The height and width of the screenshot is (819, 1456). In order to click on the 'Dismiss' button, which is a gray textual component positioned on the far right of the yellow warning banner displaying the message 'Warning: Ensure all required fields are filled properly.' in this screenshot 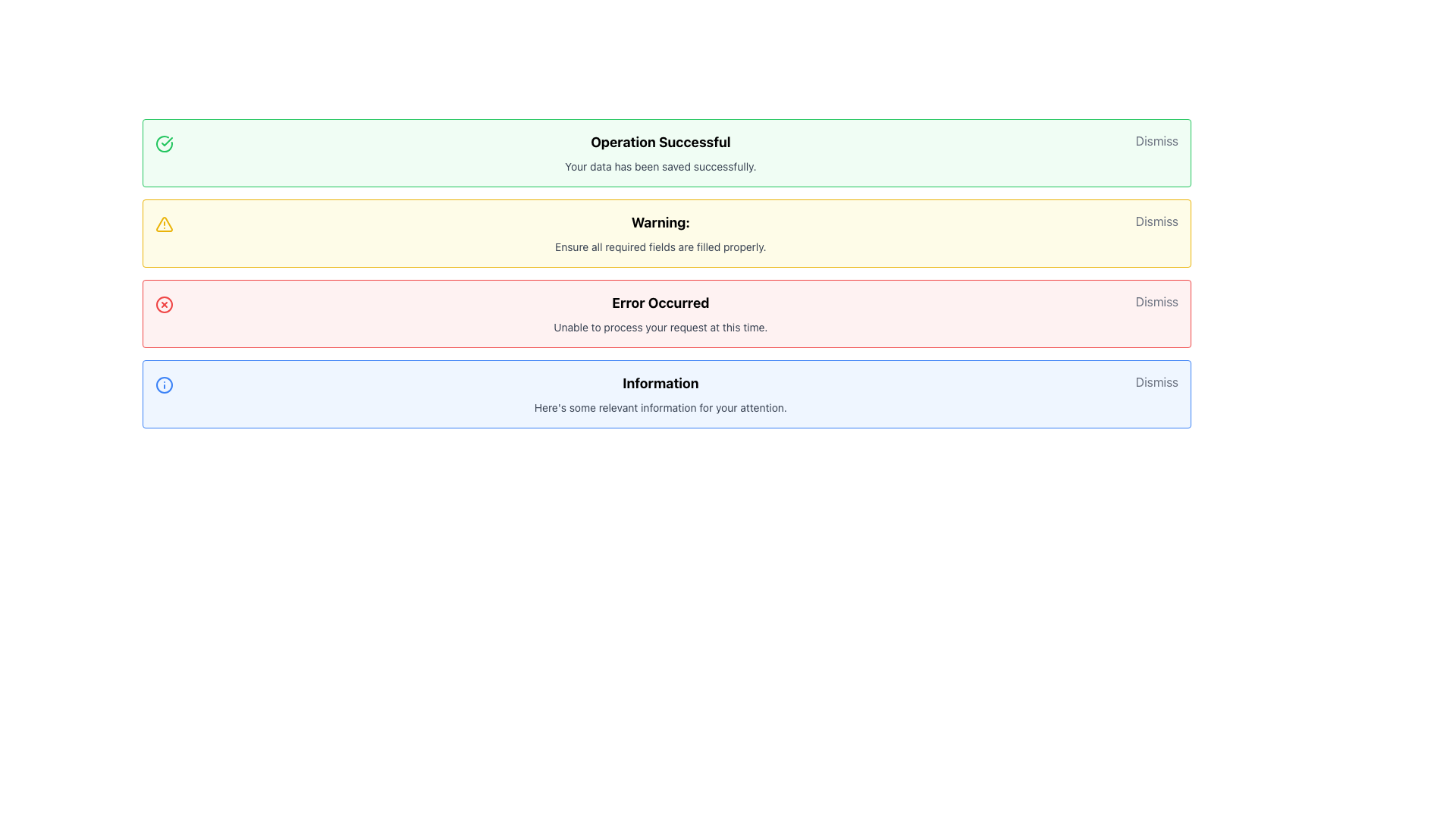, I will do `click(1156, 221)`.